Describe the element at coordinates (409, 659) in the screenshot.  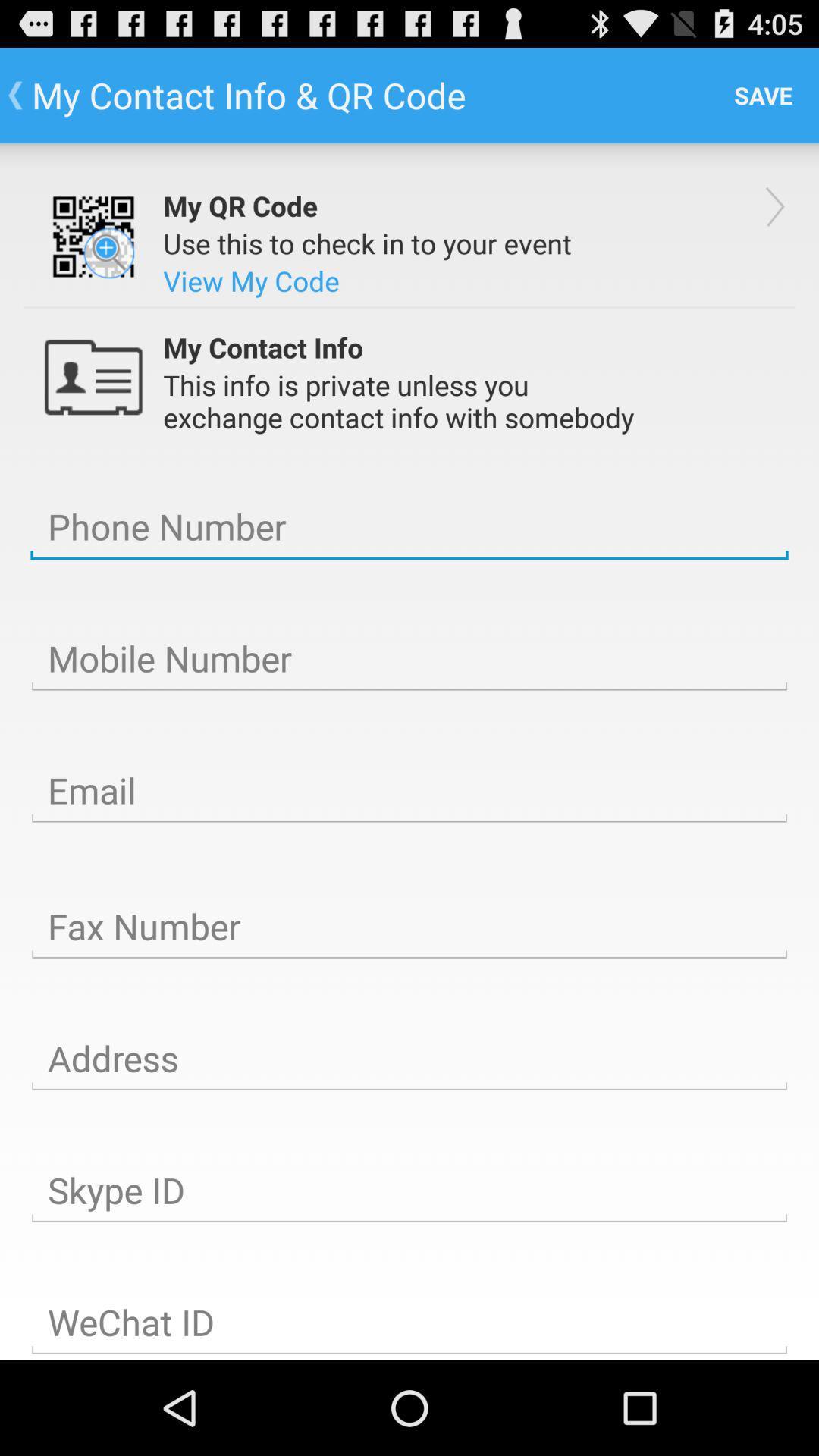
I see `mobile number line` at that location.